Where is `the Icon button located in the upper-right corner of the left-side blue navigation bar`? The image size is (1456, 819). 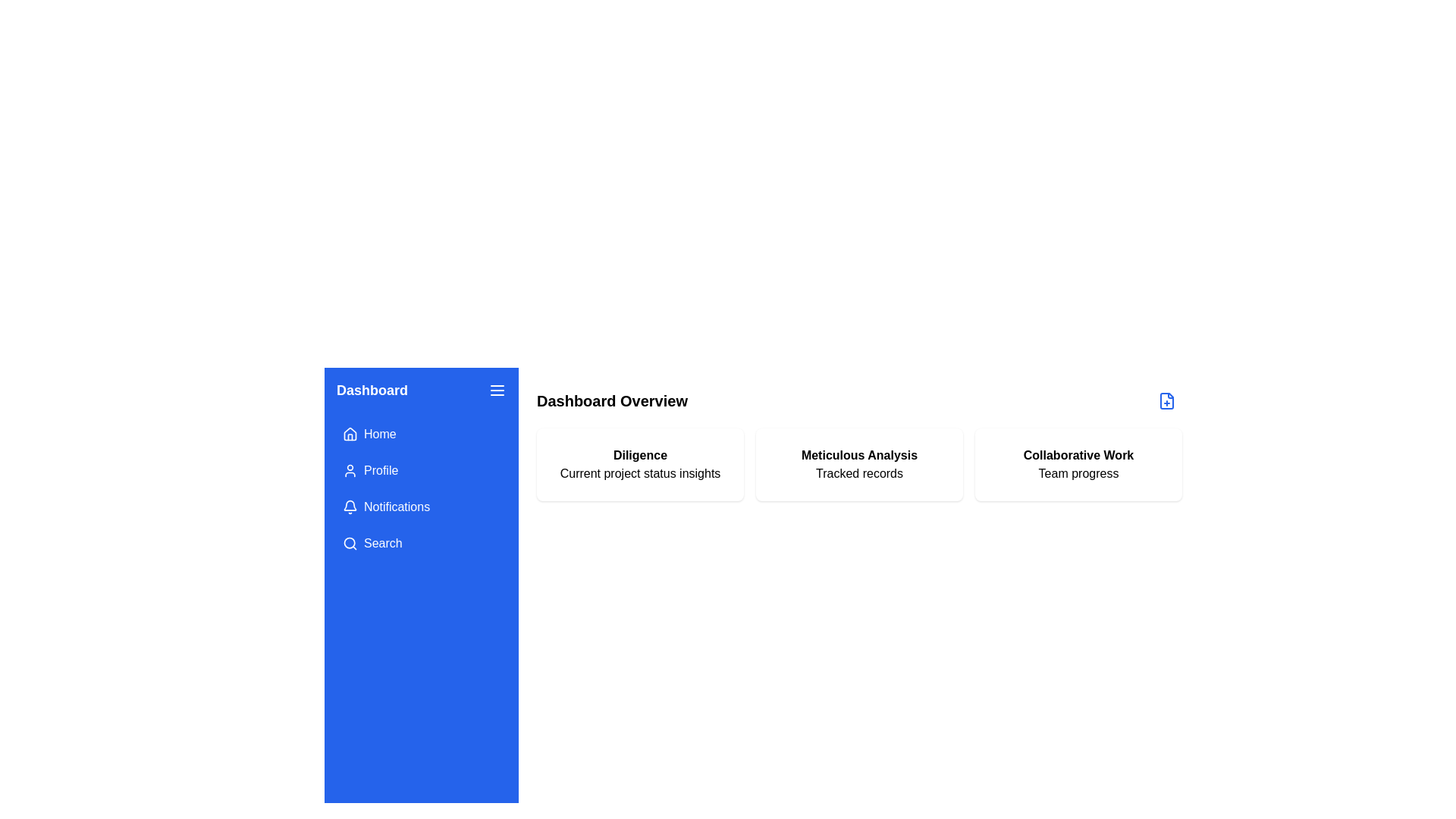
the Icon button located in the upper-right corner of the left-side blue navigation bar is located at coordinates (497, 390).